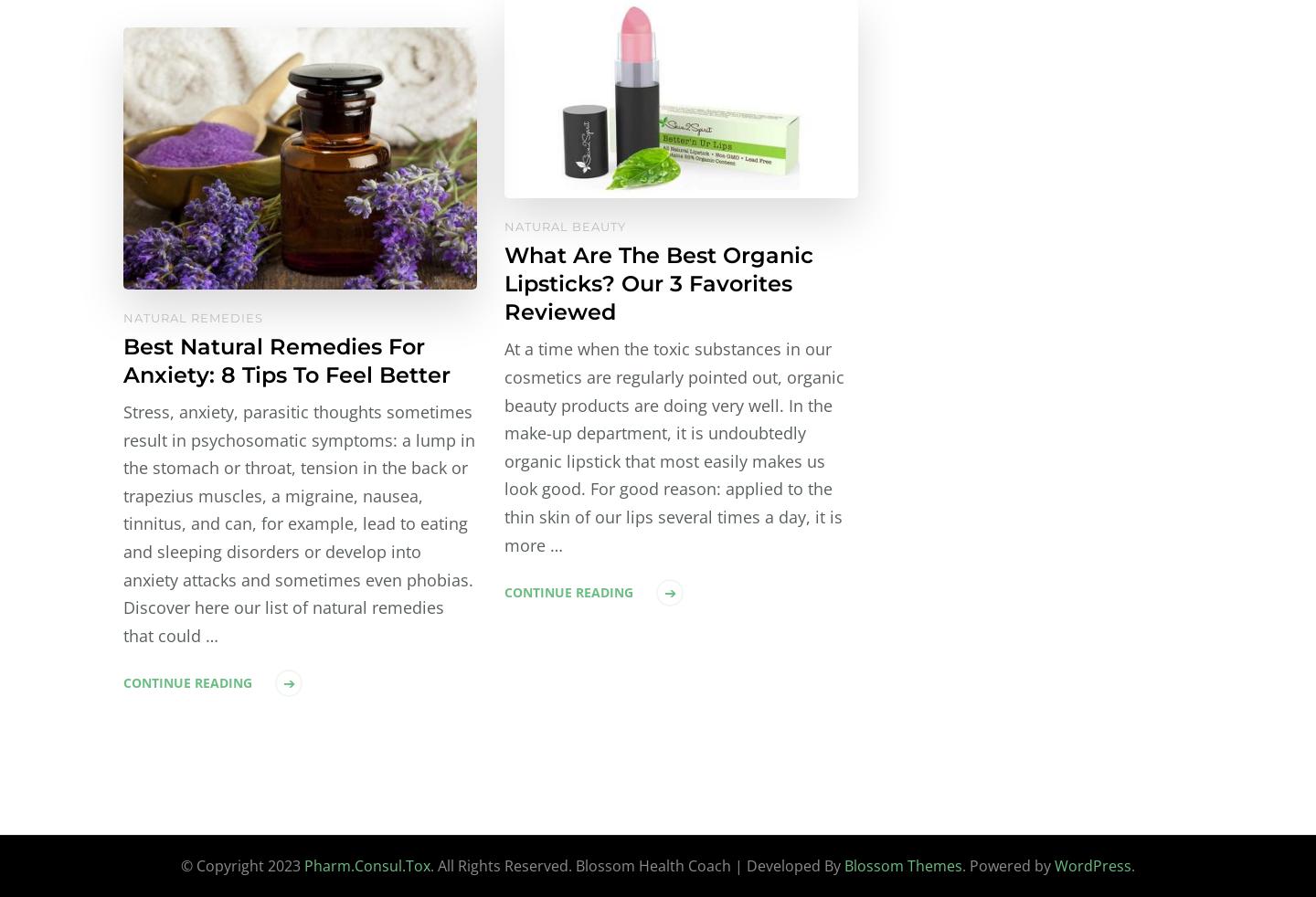 The width and height of the screenshot is (1316, 897). Describe the element at coordinates (241, 866) in the screenshot. I see `'© Copyright 2023'` at that location.